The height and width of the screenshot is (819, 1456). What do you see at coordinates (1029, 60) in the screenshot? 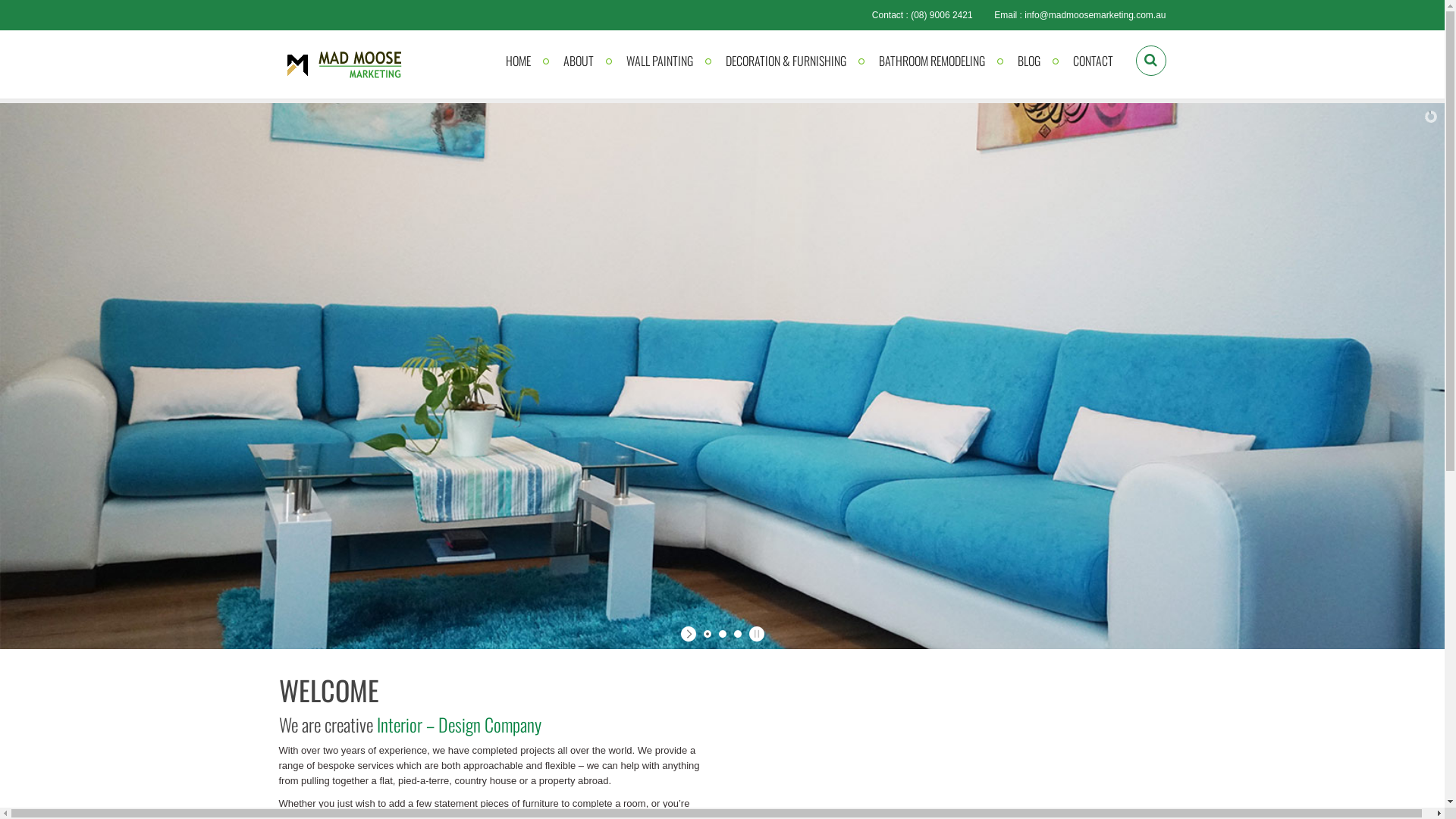
I see `'BLOG'` at bounding box center [1029, 60].